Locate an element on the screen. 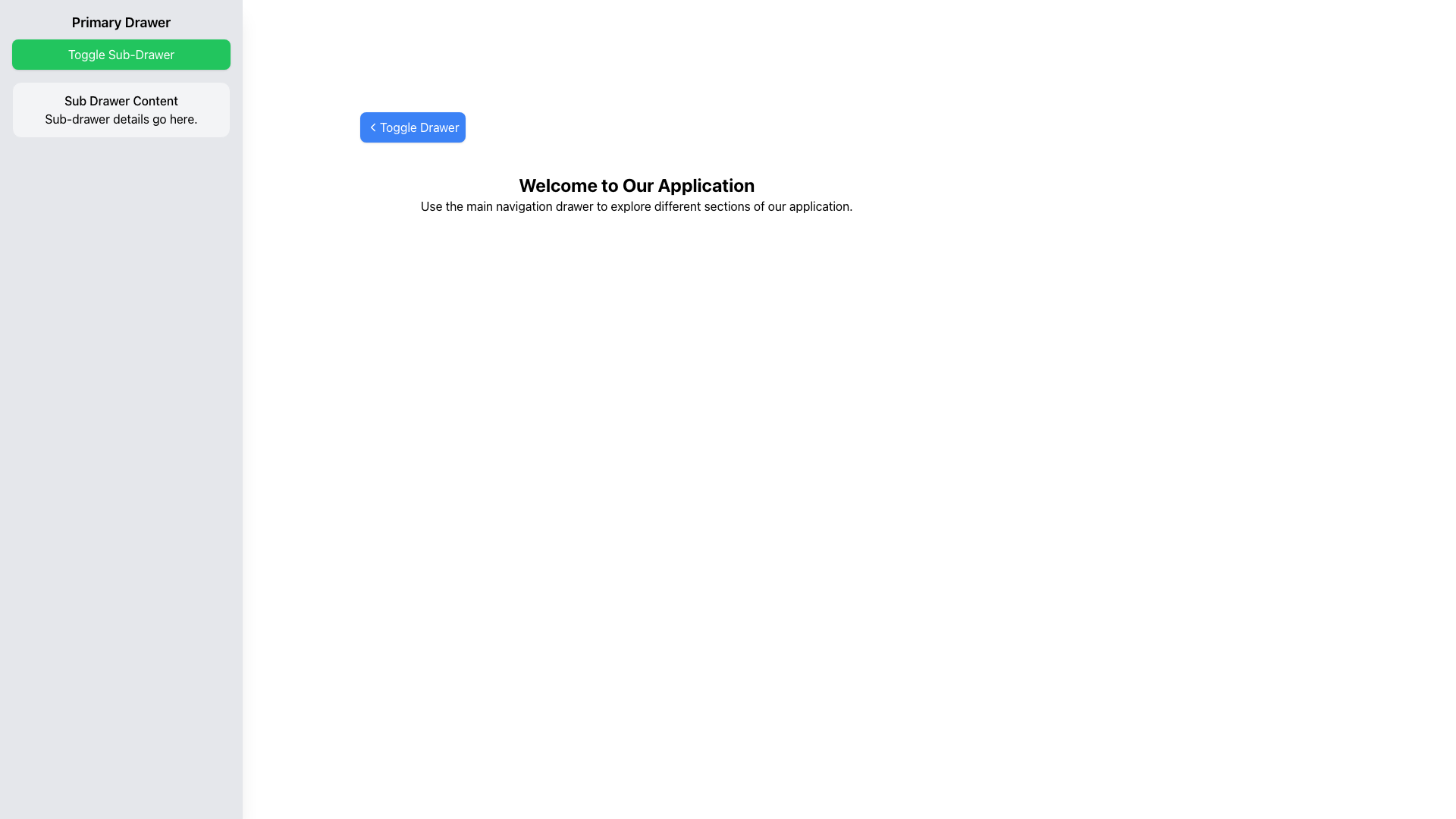  text from the Text Group that contains the heading 'Welcome to Our Application' and additional navigation instructions is located at coordinates (636, 193).